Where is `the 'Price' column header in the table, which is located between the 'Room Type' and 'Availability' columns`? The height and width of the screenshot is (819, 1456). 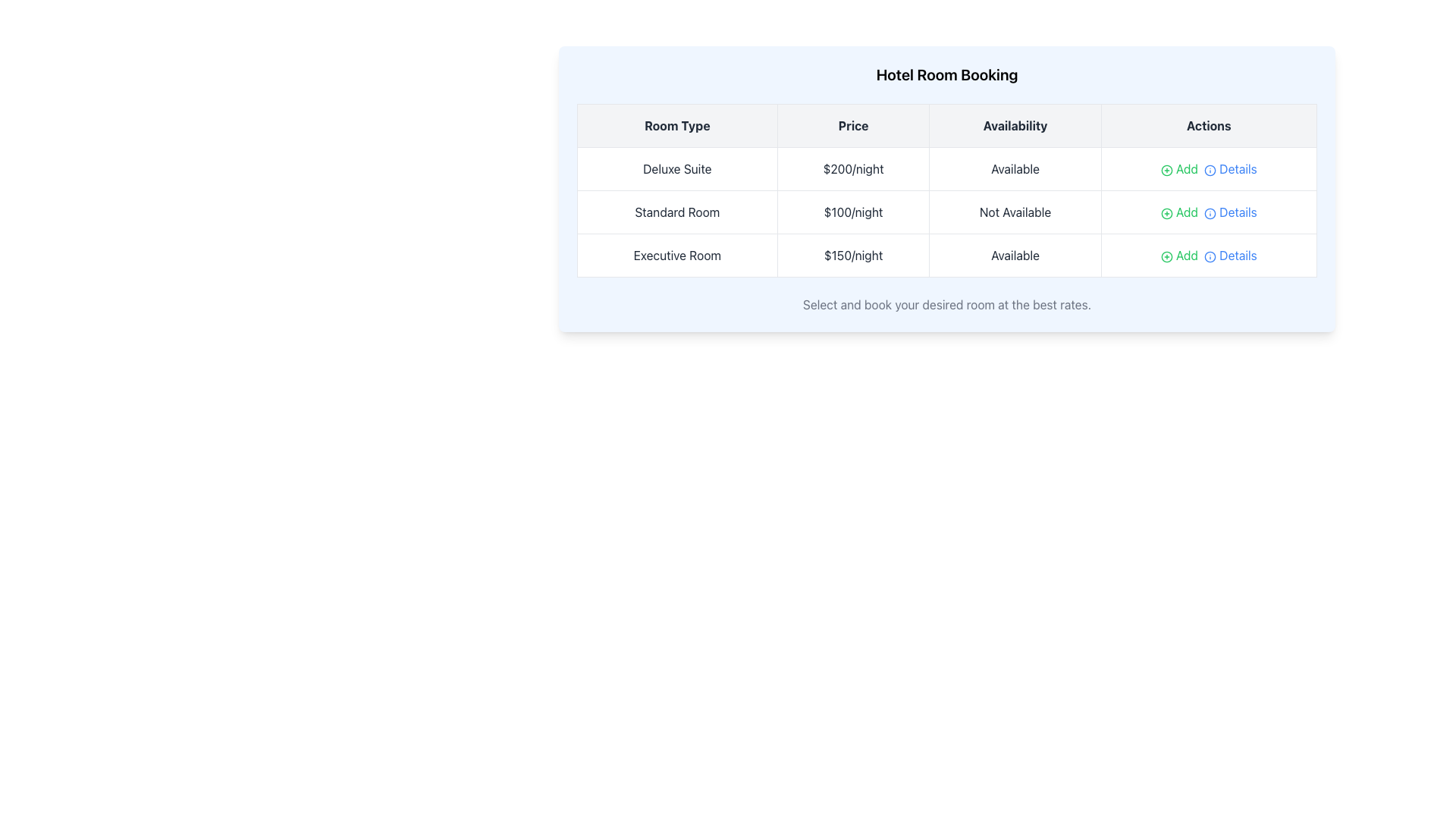
the 'Price' column header in the table, which is located between the 'Room Type' and 'Availability' columns is located at coordinates (853, 124).